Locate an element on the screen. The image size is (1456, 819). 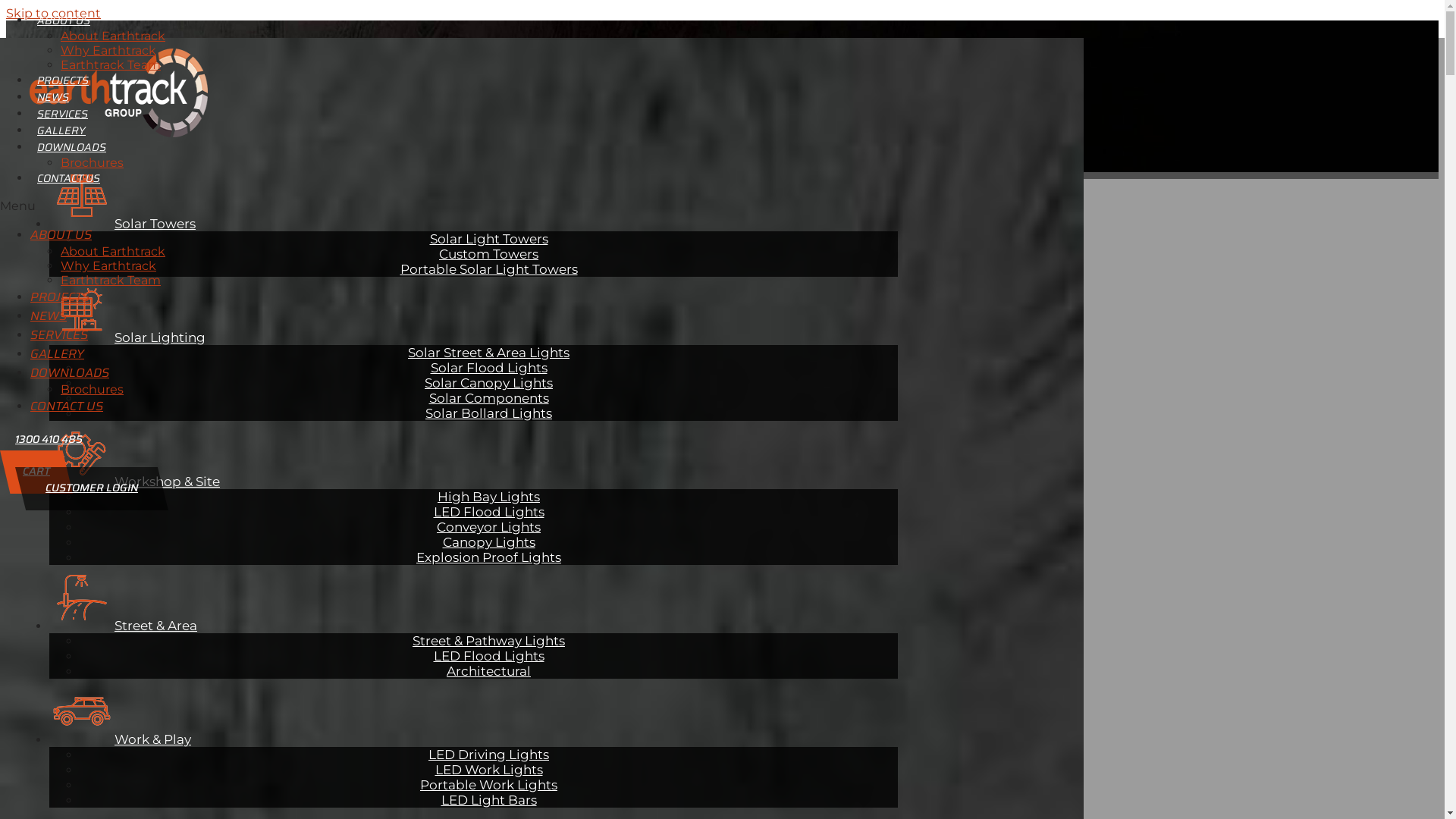
'Portable Work Lights' is located at coordinates (412, 783).